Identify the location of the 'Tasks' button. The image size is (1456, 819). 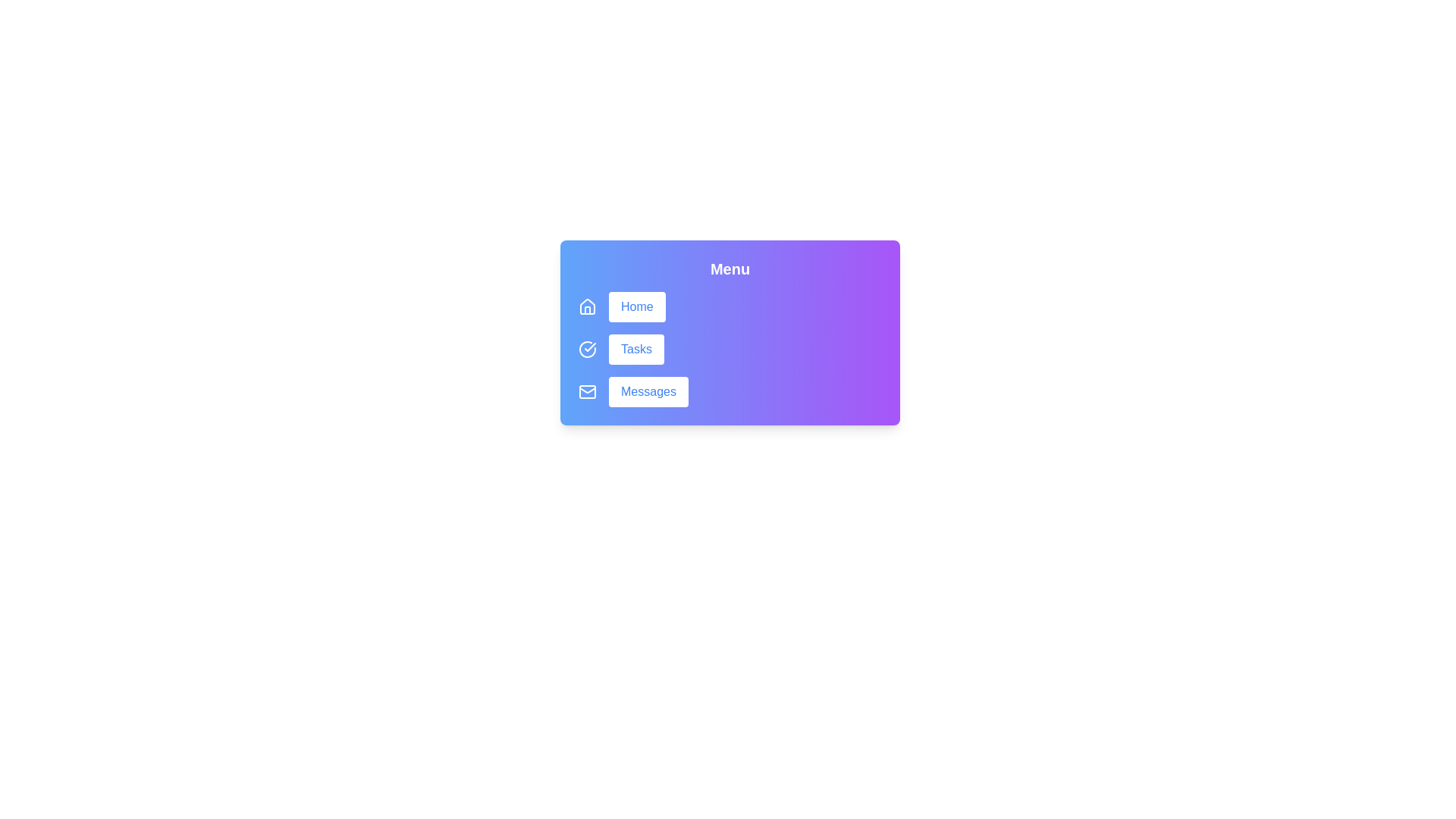
(636, 350).